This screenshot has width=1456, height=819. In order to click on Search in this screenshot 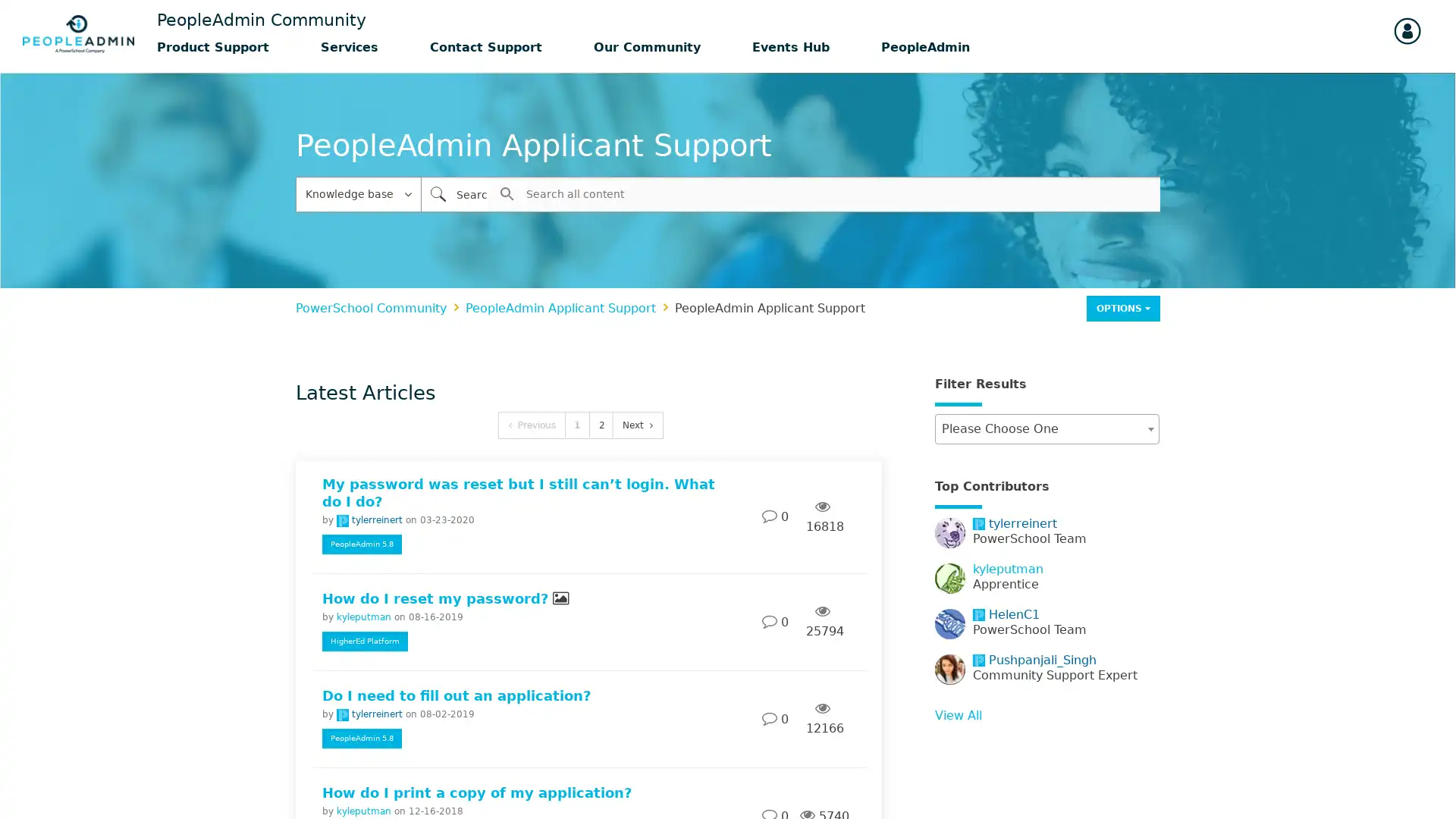, I will do `click(437, 193)`.